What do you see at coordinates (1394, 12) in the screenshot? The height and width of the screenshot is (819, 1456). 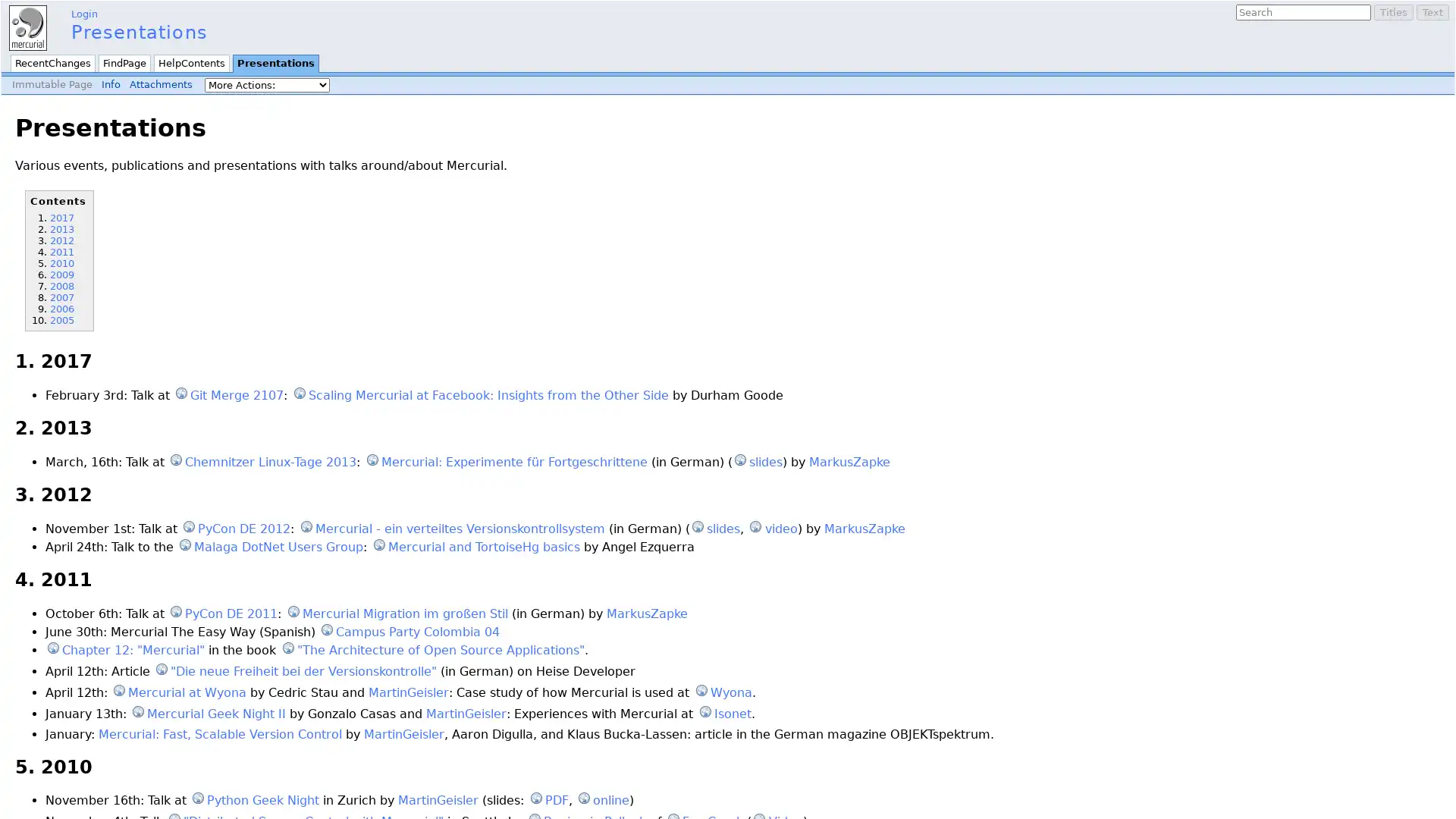 I see `Titles` at bounding box center [1394, 12].